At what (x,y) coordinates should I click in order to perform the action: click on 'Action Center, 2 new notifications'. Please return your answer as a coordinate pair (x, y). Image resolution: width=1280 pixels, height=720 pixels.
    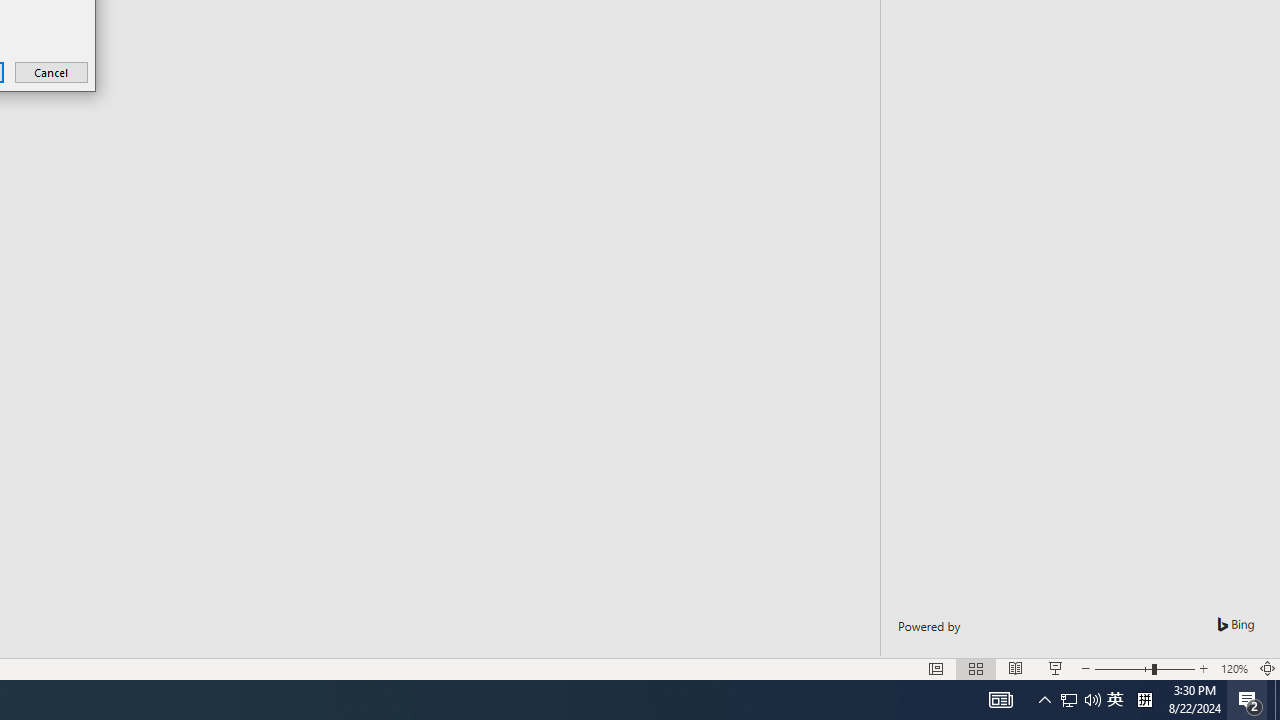
    Looking at the image, I should click on (1250, 698).